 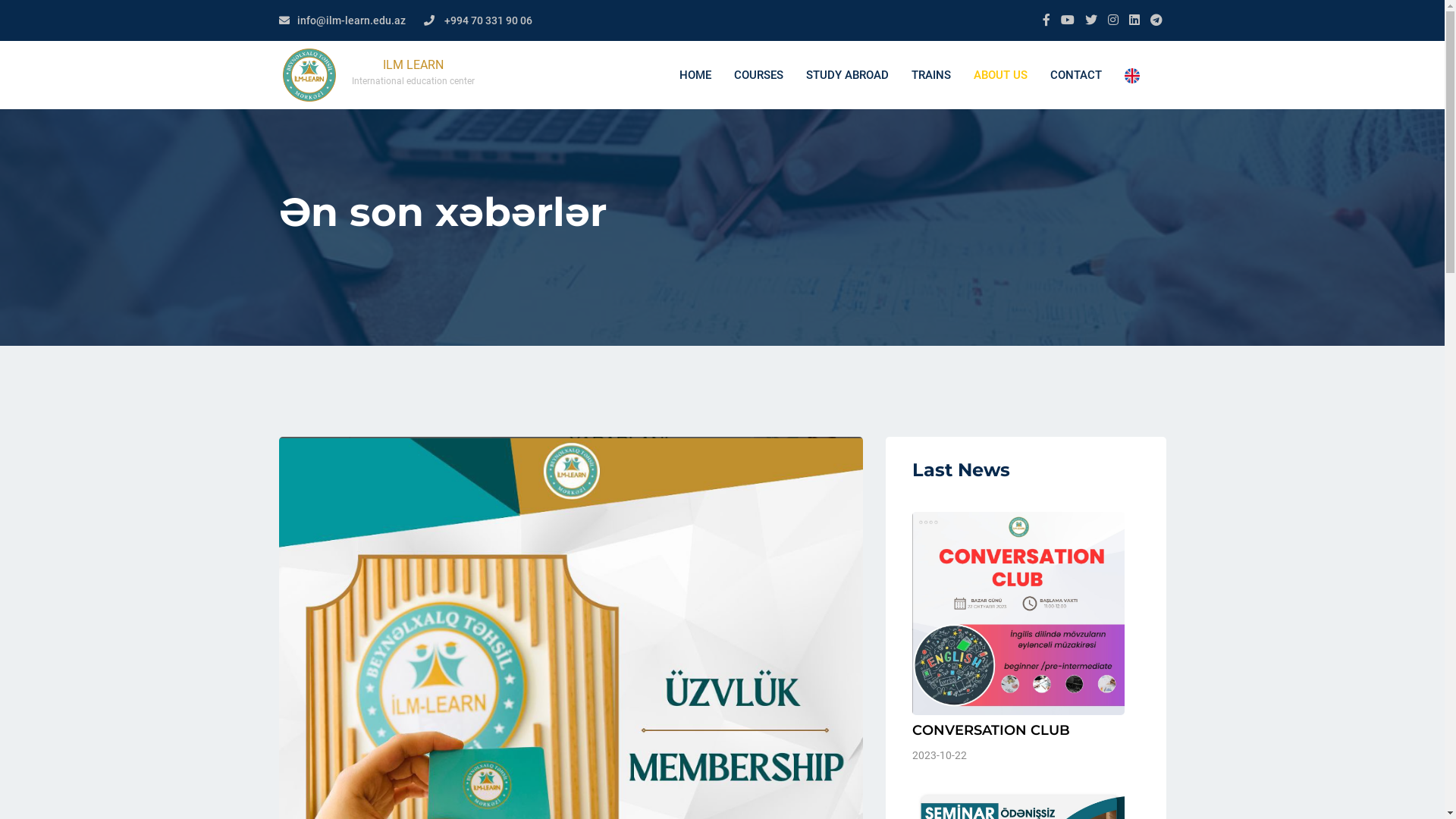 What do you see at coordinates (488, 20) in the screenshot?
I see `'+994 70 331 90 06'` at bounding box center [488, 20].